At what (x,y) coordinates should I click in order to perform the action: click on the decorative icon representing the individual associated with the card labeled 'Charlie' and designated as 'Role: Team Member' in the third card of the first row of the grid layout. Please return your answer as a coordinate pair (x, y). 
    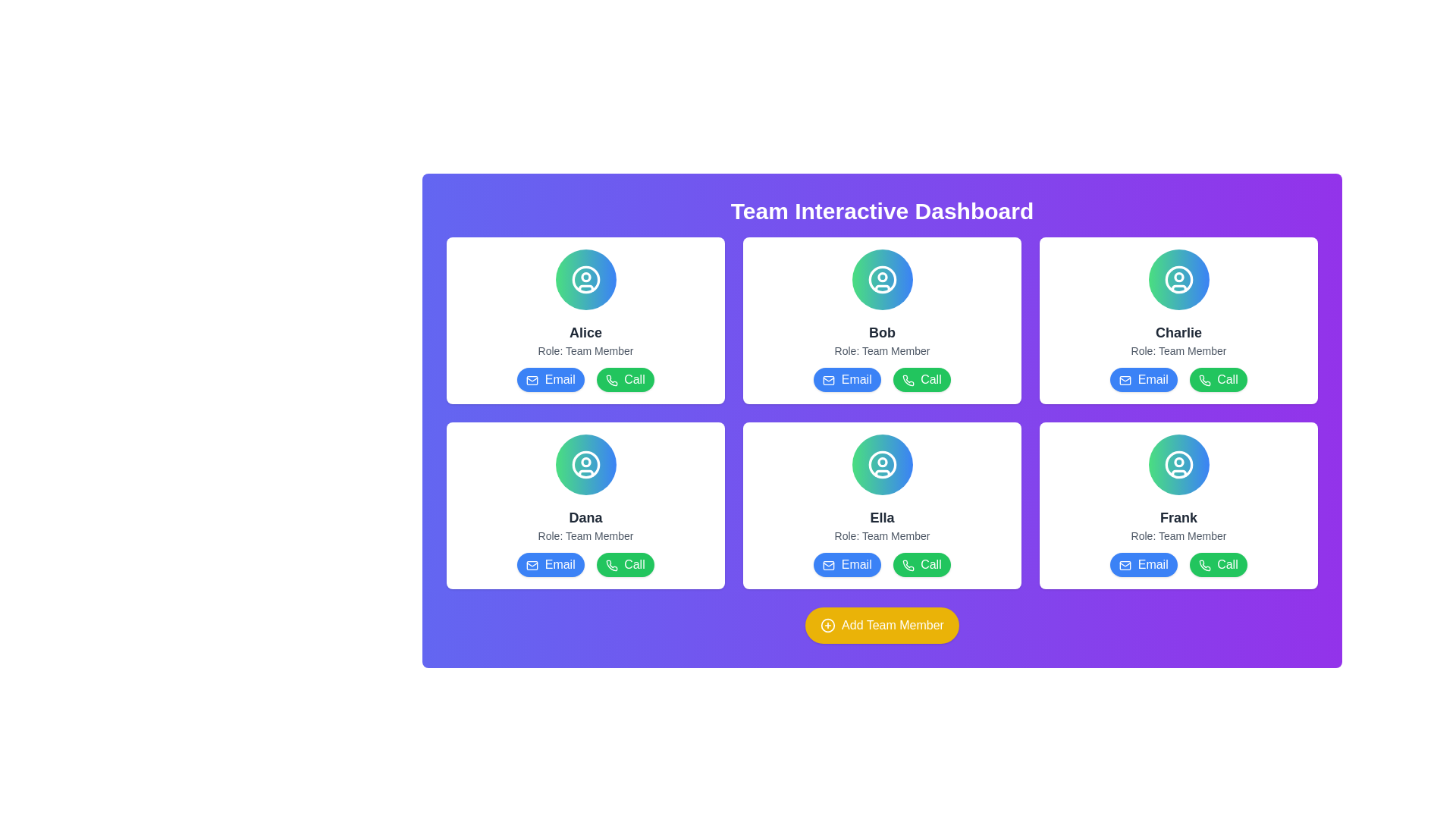
    Looking at the image, I should click on (1178, 280).